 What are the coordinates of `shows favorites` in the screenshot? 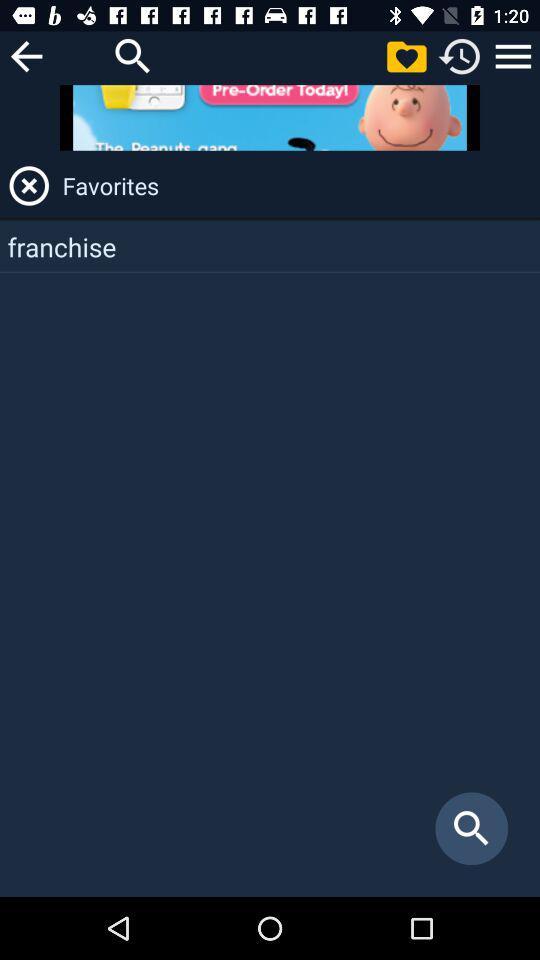 It's located at (405, 55).